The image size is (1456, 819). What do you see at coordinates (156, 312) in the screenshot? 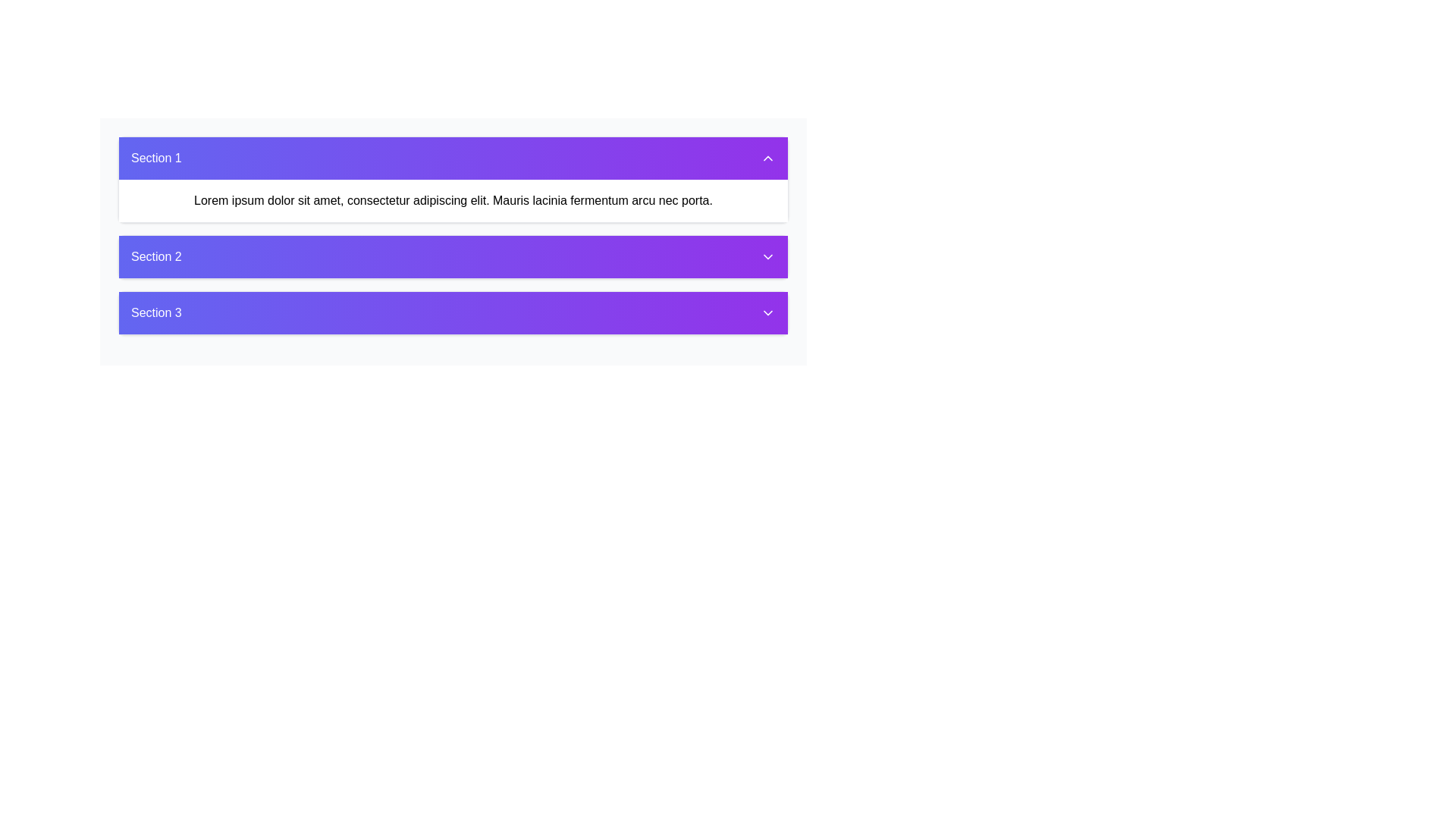
I see `the text label 'Section 3' displayed in white on a gradient background` at bounding box center [156, 312].